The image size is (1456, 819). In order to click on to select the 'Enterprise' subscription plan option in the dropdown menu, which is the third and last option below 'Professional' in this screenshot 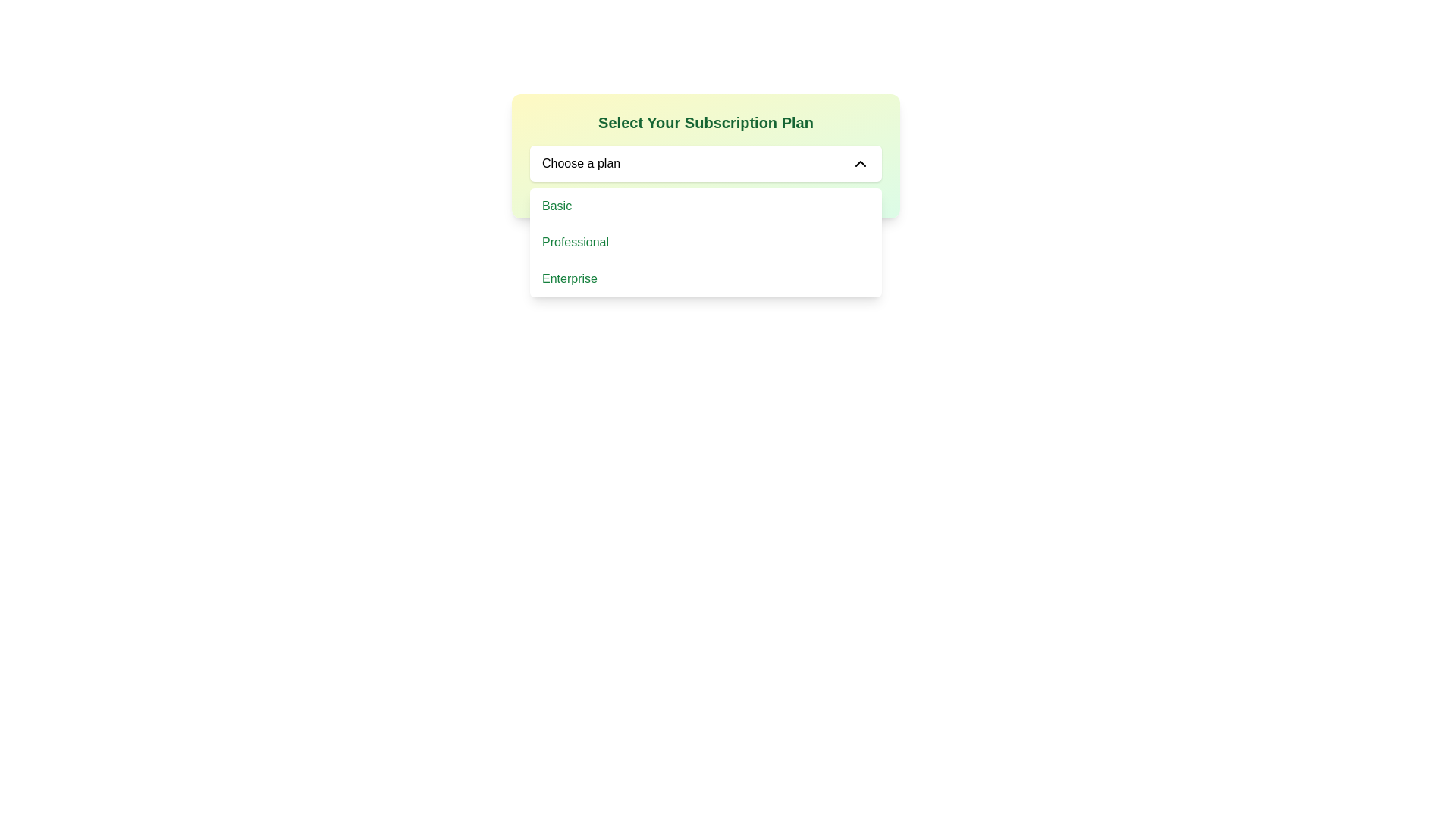, I will do `click(705, 278)`.